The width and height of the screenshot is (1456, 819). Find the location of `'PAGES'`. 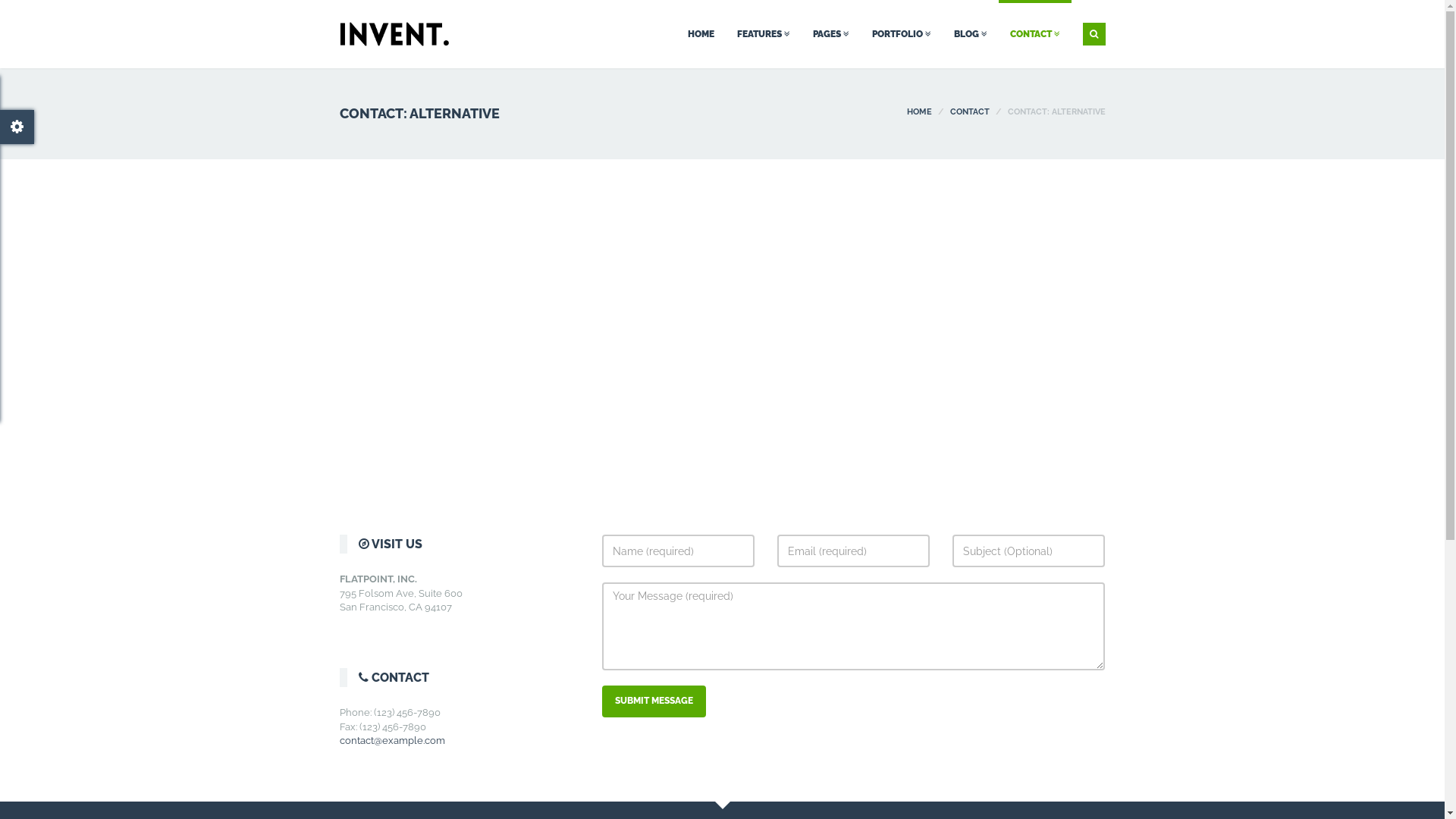

'PAGES' is located at coordinates (829, 34).